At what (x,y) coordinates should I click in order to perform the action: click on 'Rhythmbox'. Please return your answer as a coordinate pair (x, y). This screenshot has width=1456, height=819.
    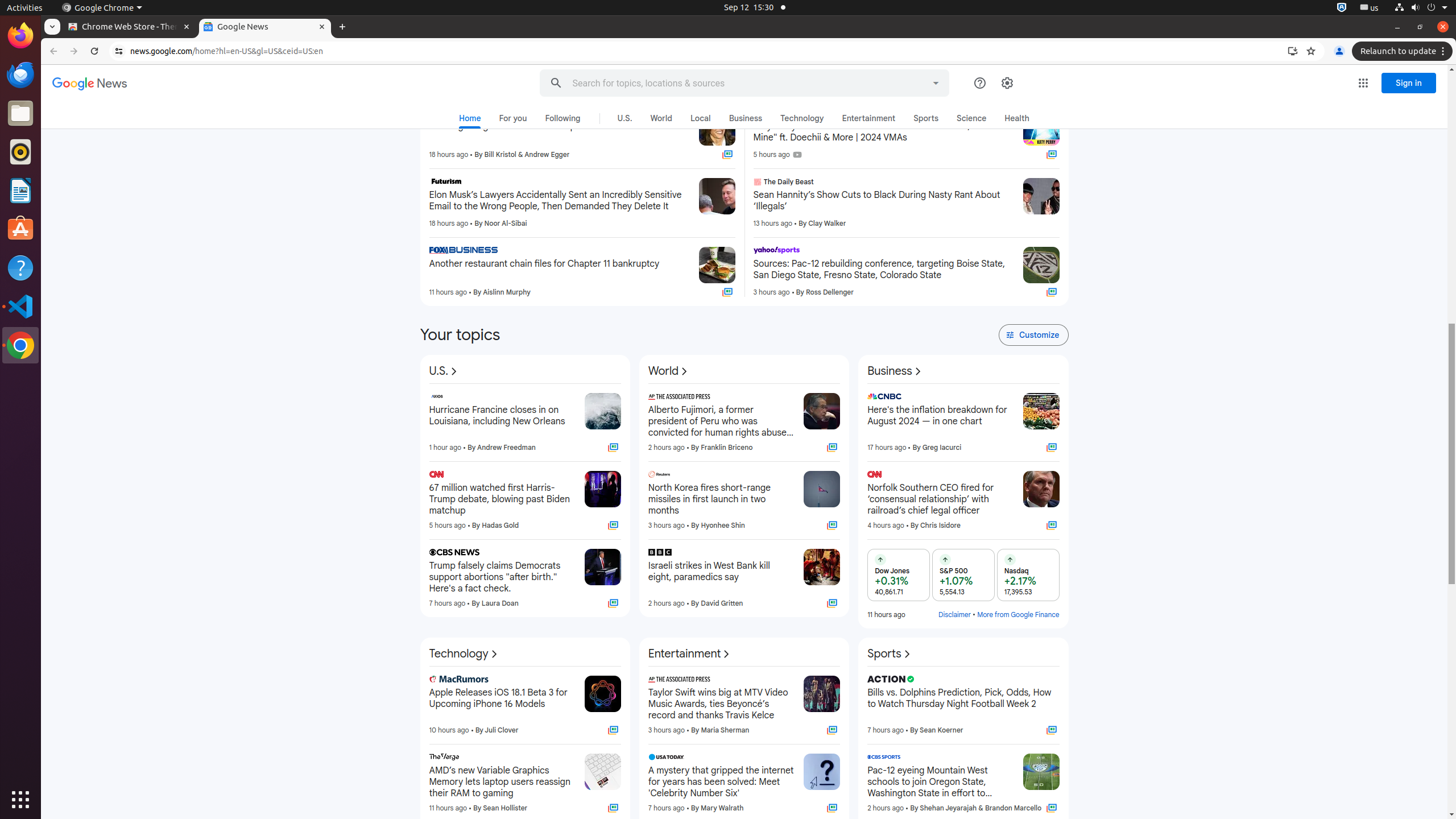
    Looking at the image, I should click on (20, 151).